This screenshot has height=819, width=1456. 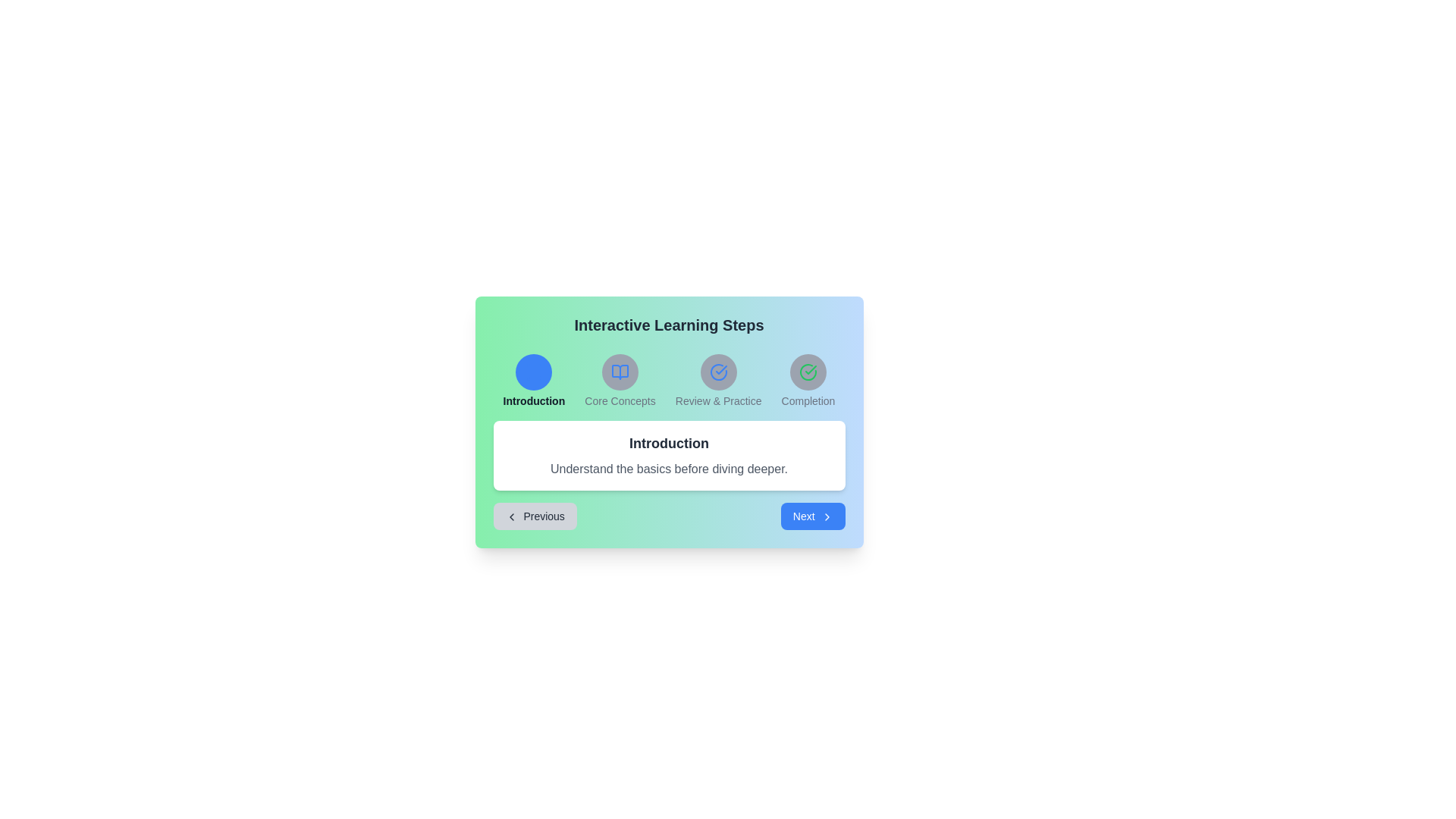 I want to click on the Decorative Indicator that signifies the 'Completion' phase, located to the right of the 'Review & Practice' button and above the text 'Completion', so click(x=807, y=372).